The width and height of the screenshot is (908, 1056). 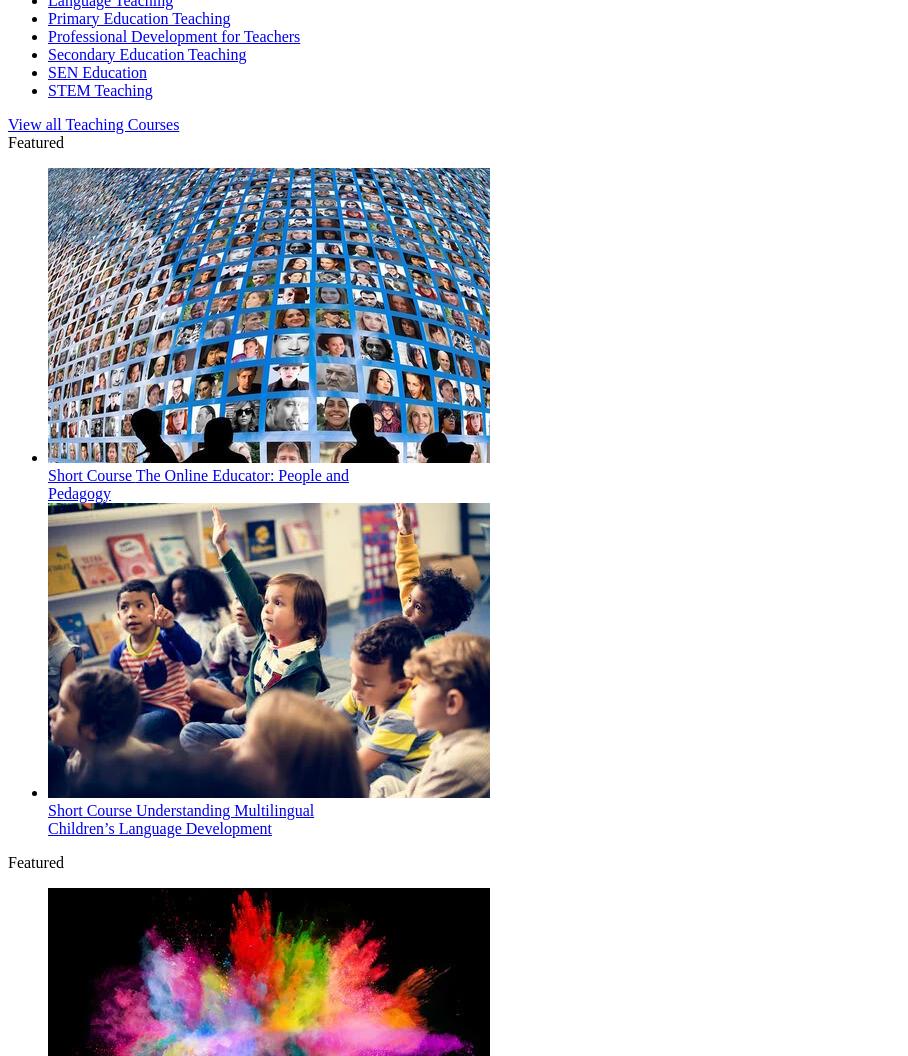 I want to click on 'Primary Education Teaching', so click(x=139, y=17).